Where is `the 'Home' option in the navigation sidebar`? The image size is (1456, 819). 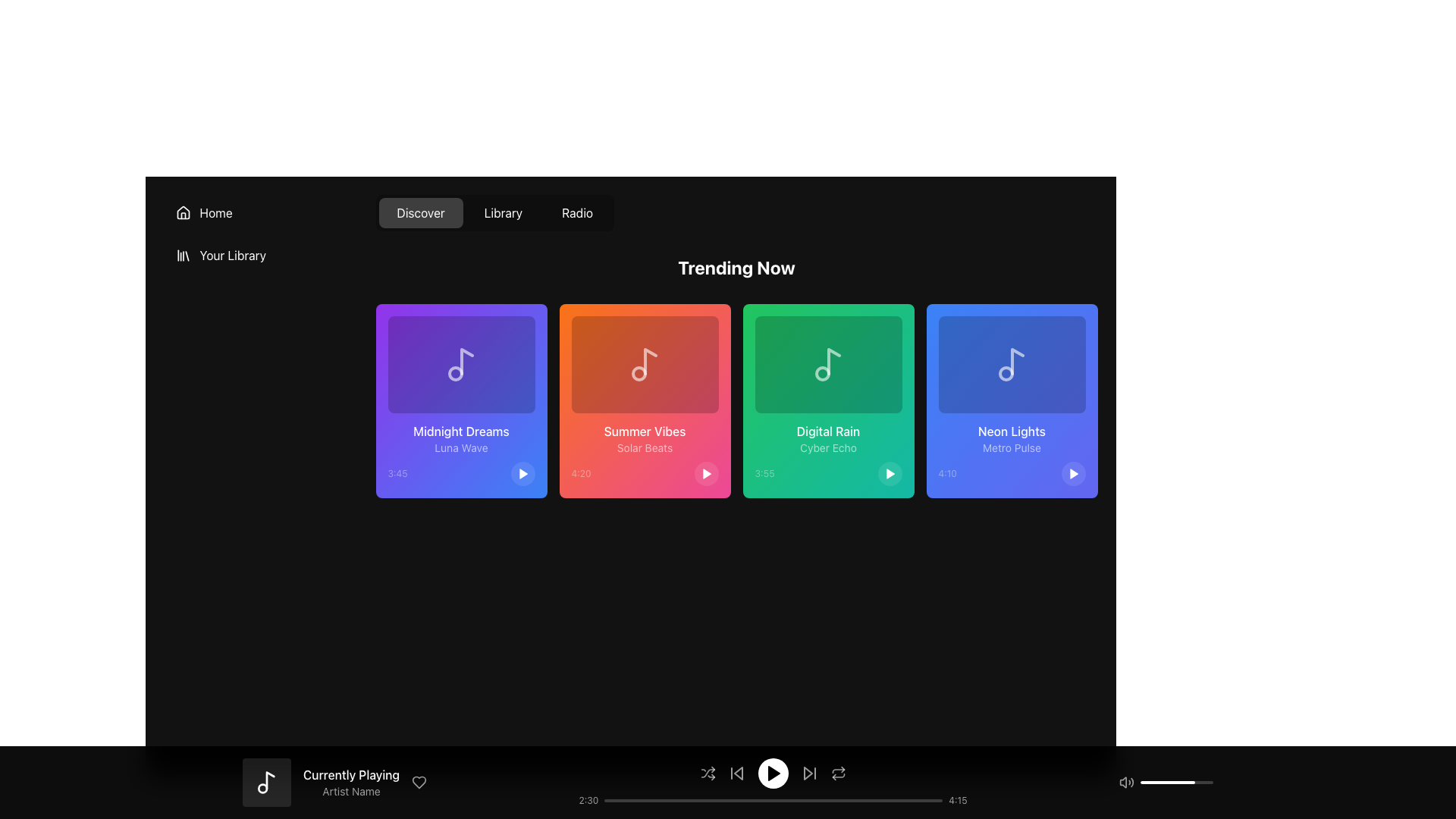
the 'Home' option in the navigation sidebar is located at coordinates (260, 346).